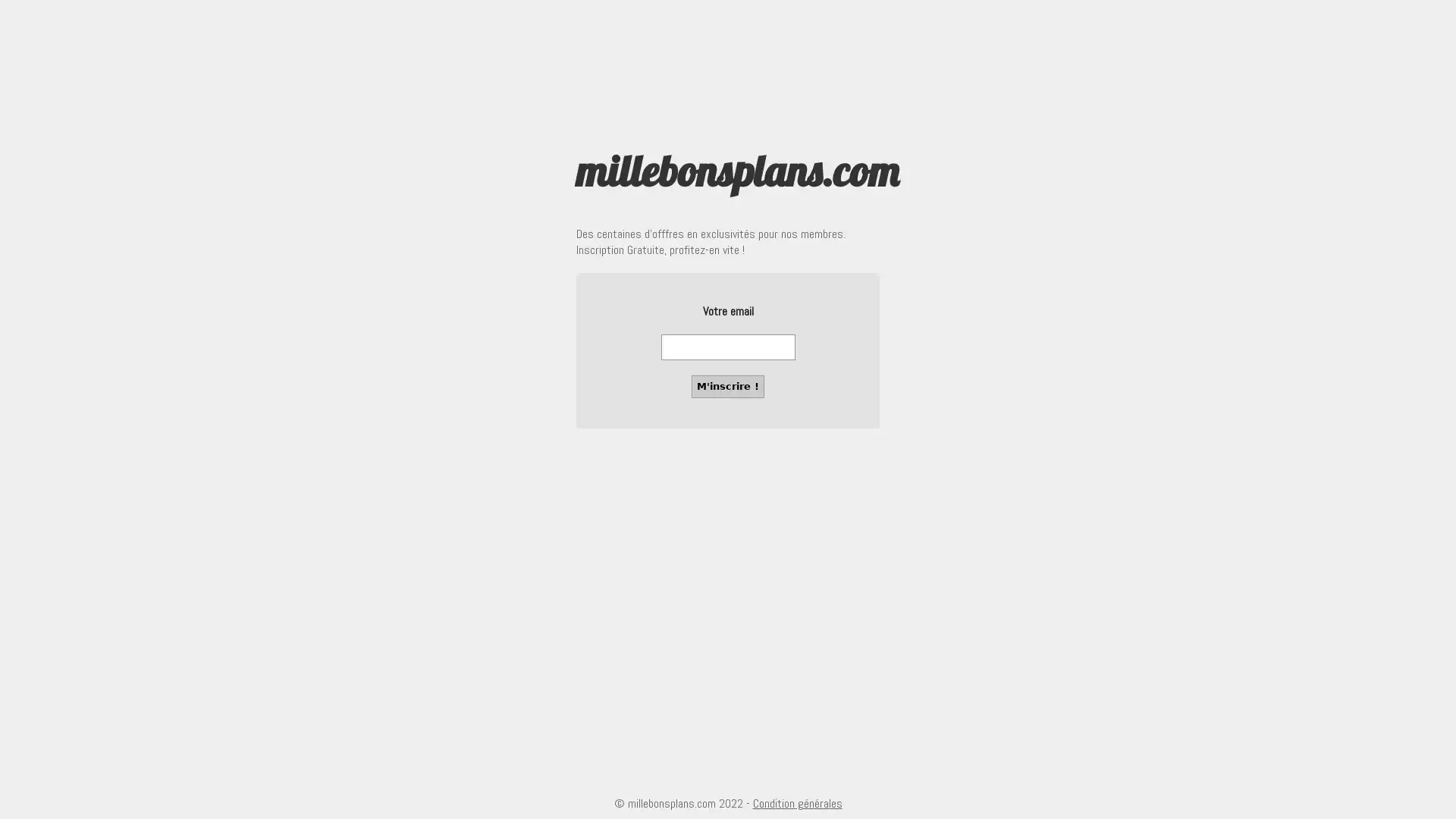 This screenshot has width=1456, height=819. What do you see at coordinates (728, 385) in the screenshot?
I see `M'inscrire !` at bounding box center [728, 385].